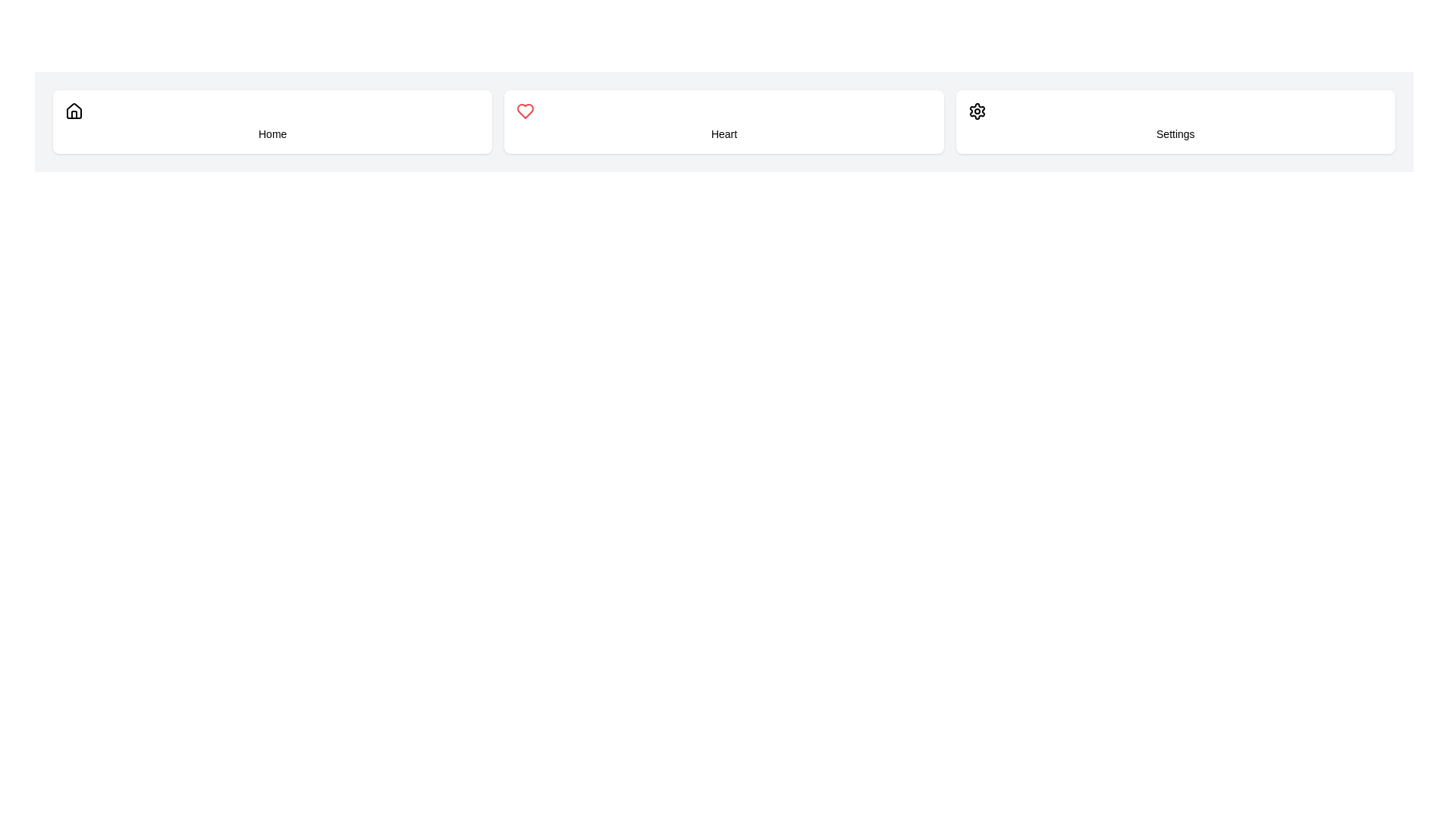  I want to click on the 'Heart' or 'Favorite' icon located in the second segment of the horizontally arranged menu bar, positioned between 'Home' and 'Settings', to interact with it, so click(526, 110).